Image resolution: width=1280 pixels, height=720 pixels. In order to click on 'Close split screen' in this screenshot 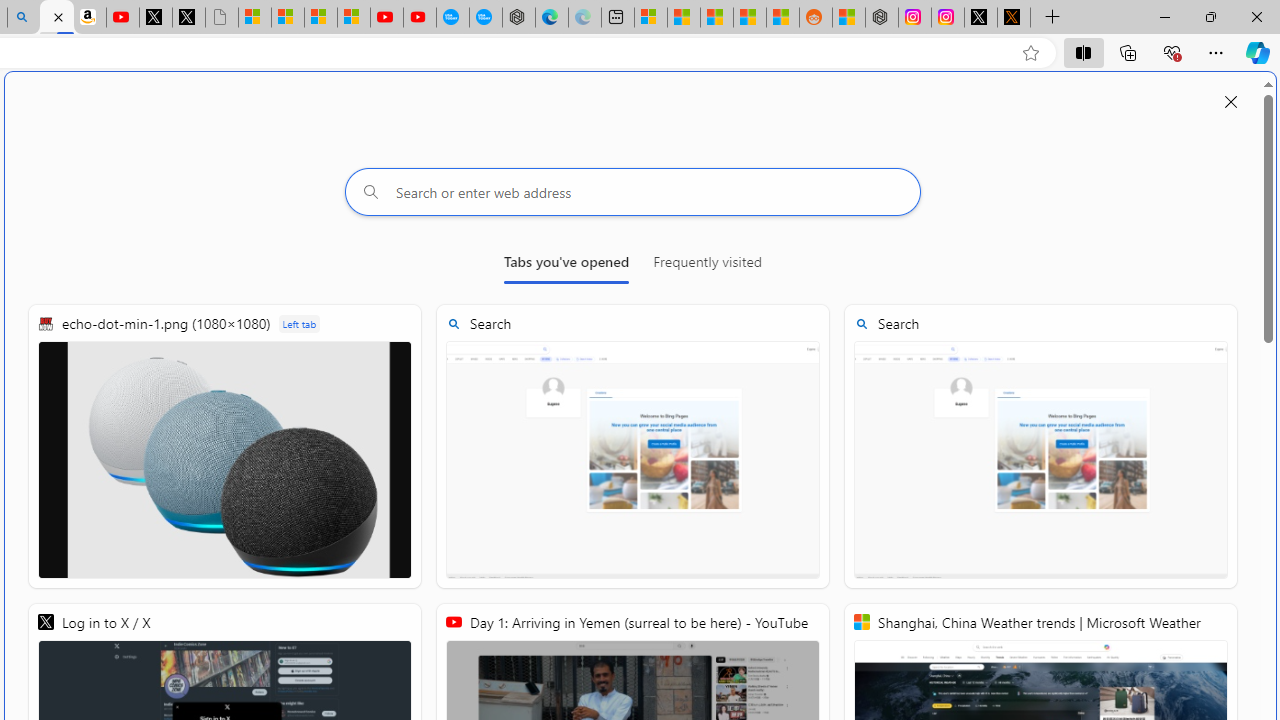, I will do `click(1230, 102)`.